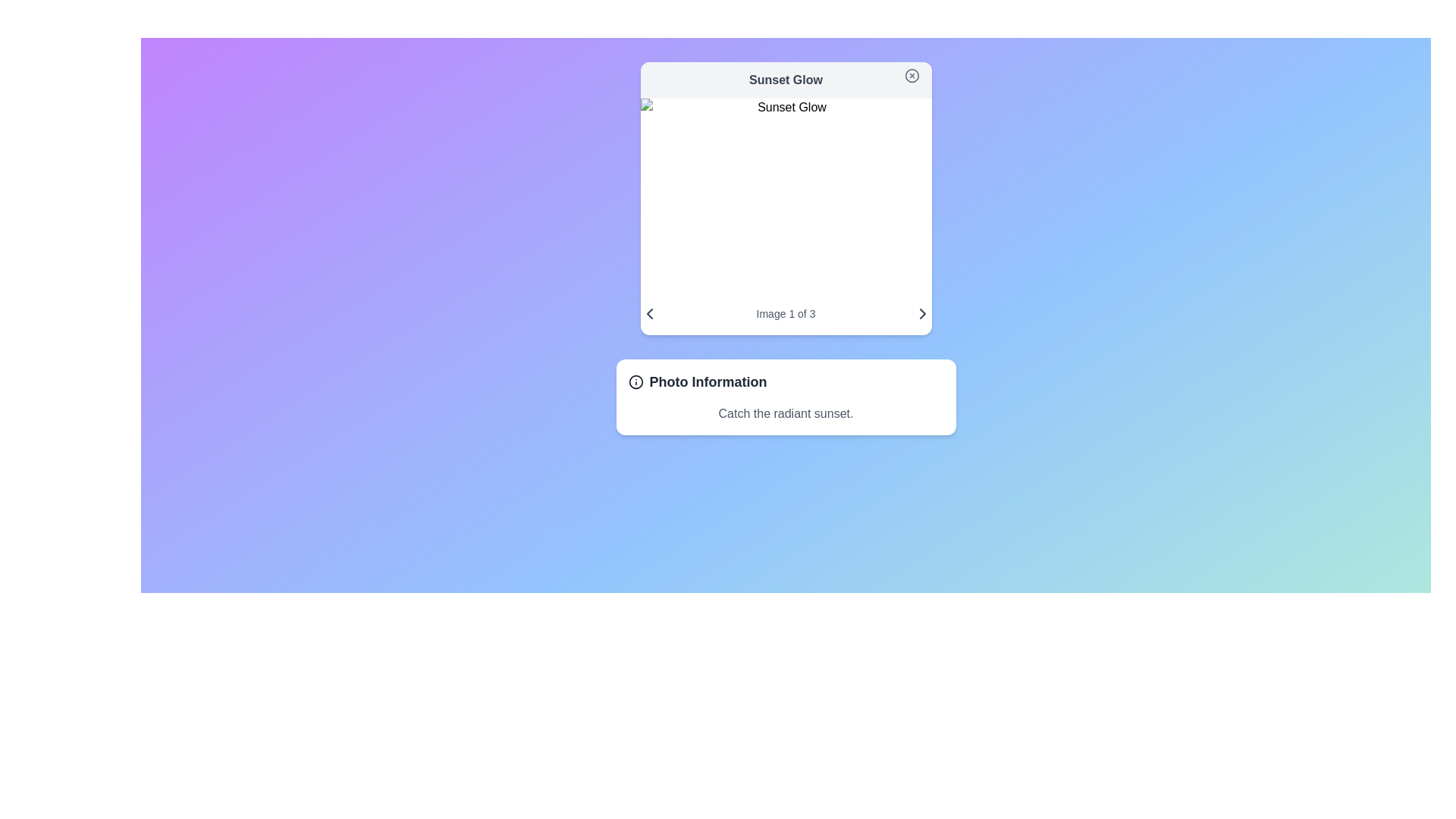 The height and width of the screenshot is (819, 1456). Describe the element at coordinates (911, 76) in the screenshot. I see `the circular button with a cross shape inside, located in the top-right corner of the 'Sunset Glow' card` at that location.